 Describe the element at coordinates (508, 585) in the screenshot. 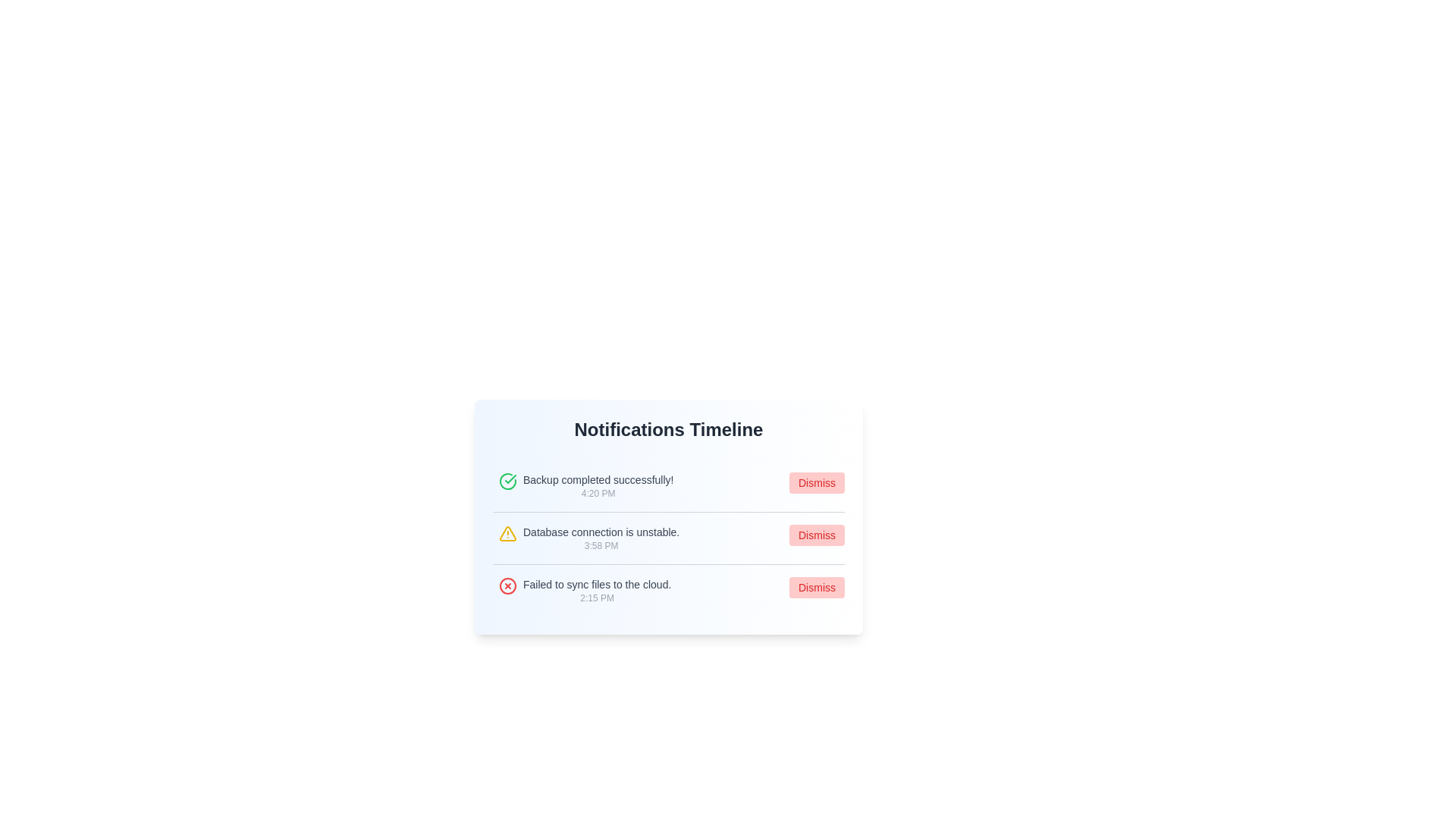

I see `the circular red outlined icon with a red 'X' that indicates failure, located in the third notification row on the leftmost side` at that location.